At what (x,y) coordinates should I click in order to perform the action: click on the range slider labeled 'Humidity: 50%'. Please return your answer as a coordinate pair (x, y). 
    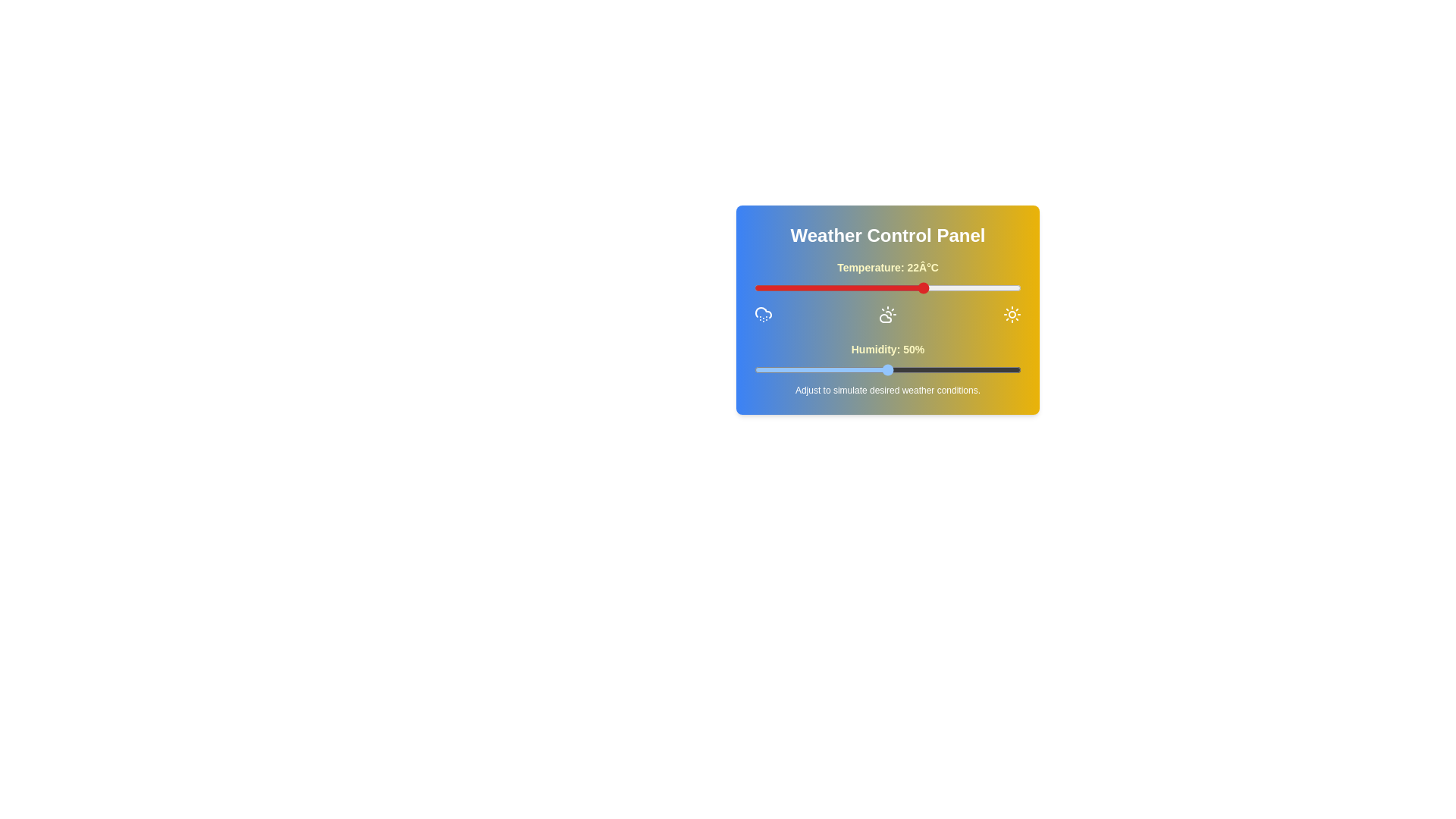
    Looking at the image, I should click on (888, 369).